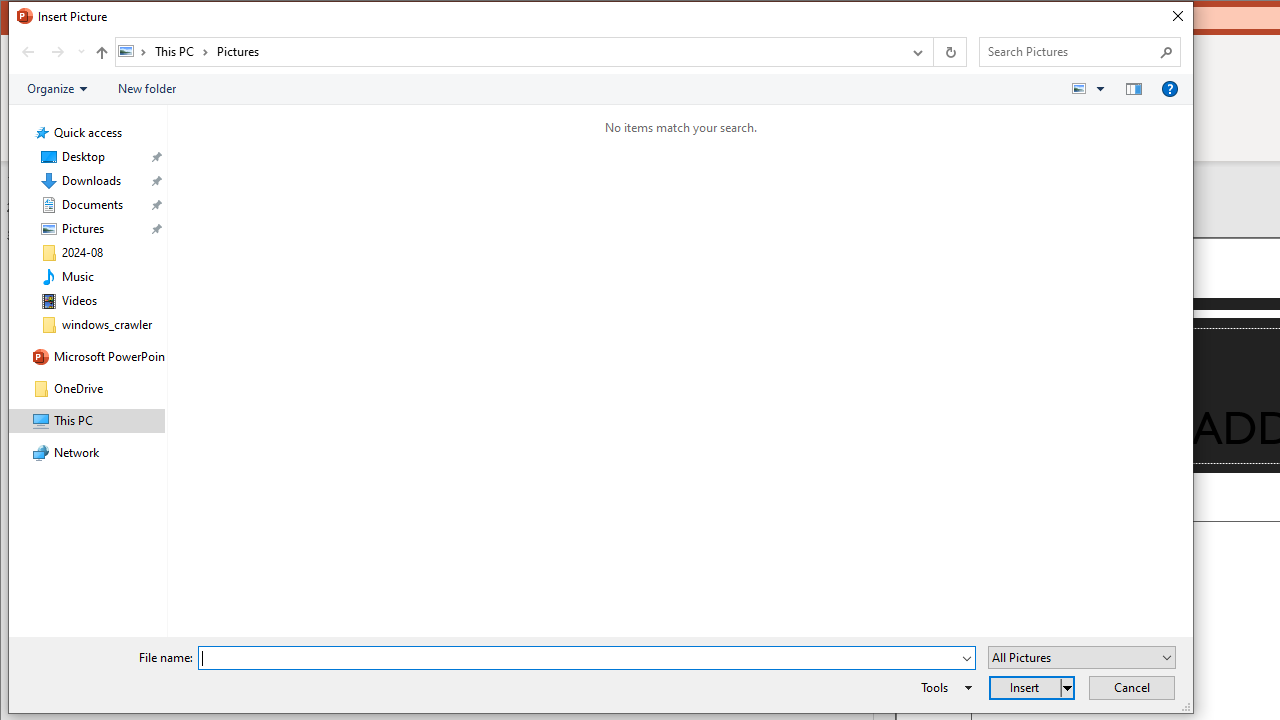 This screenshot has width=1280, height=720. What do you see at coordinates (56, 88) in the screenshot?
I see `'Organize'` at bounding box center [56, 88].